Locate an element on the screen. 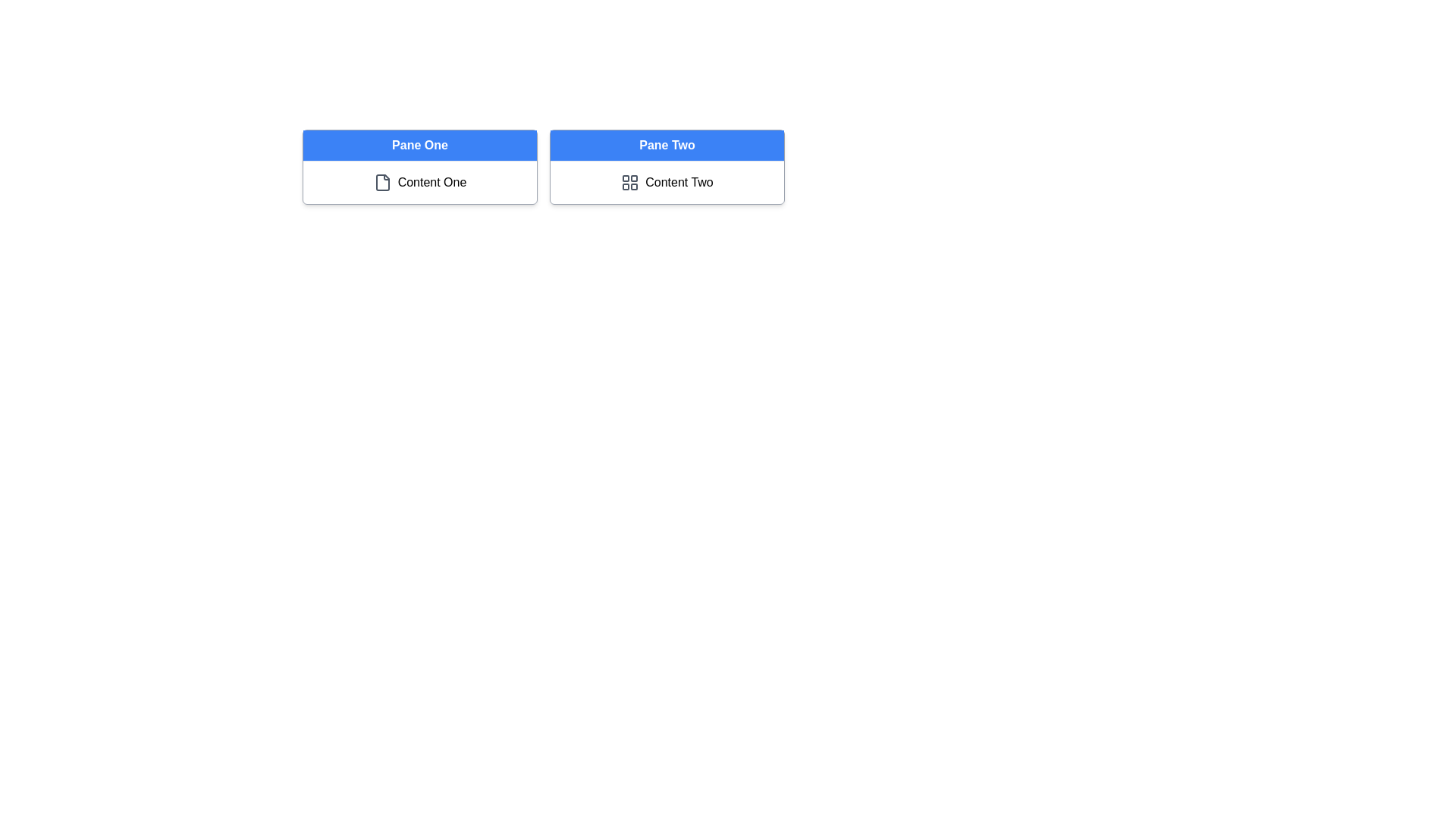 This screenshot has height=819, width=1456. the file icon representing the 'Content One' section, which is located in the top-left corner of 'Pane One.' is located at coordinates (382, 181).